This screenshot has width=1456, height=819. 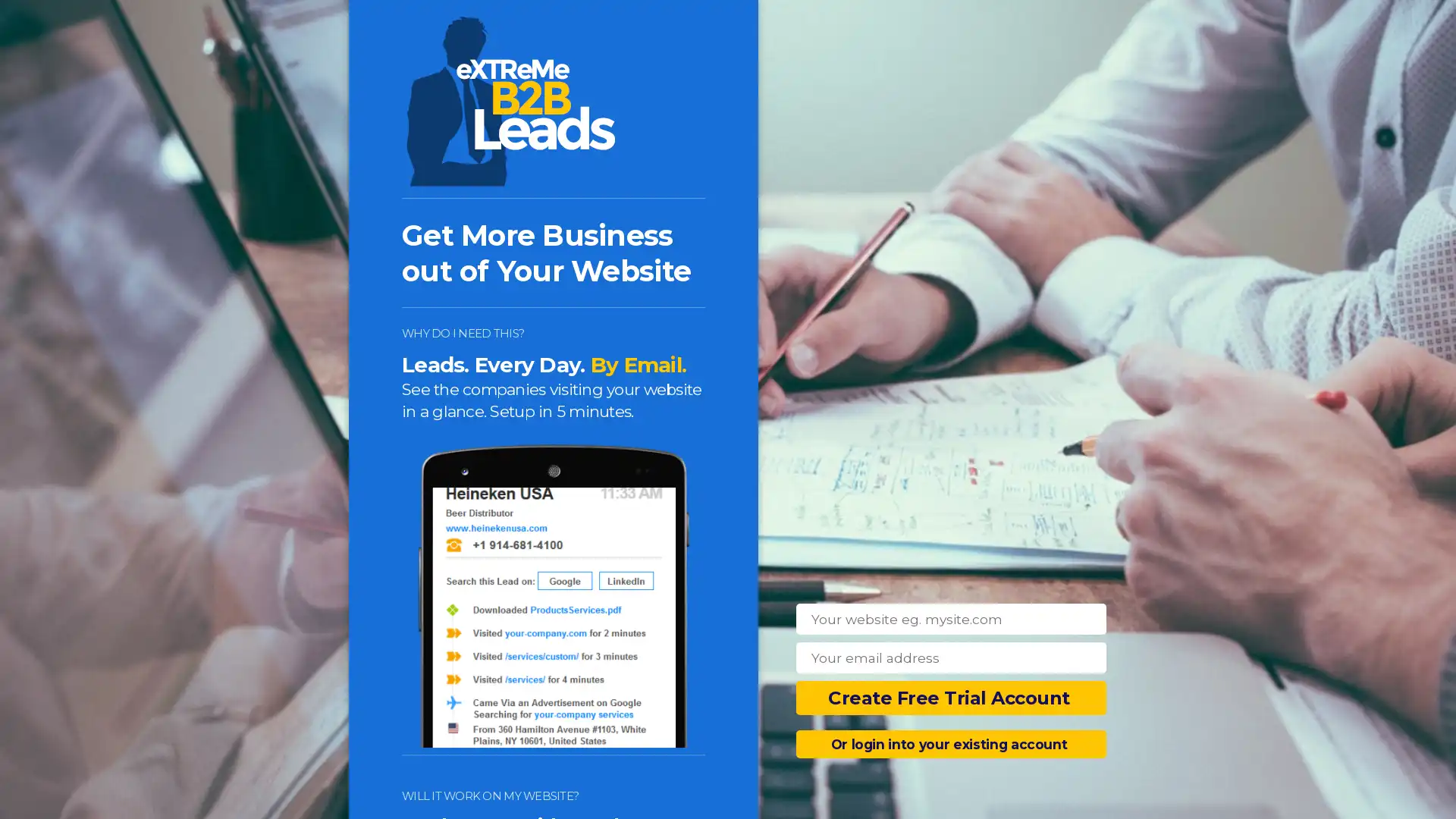 What do you see at coordinates (950, 698) in the screenshot?
I see `Create Free Trial Account` at bounding box center [950, 698].